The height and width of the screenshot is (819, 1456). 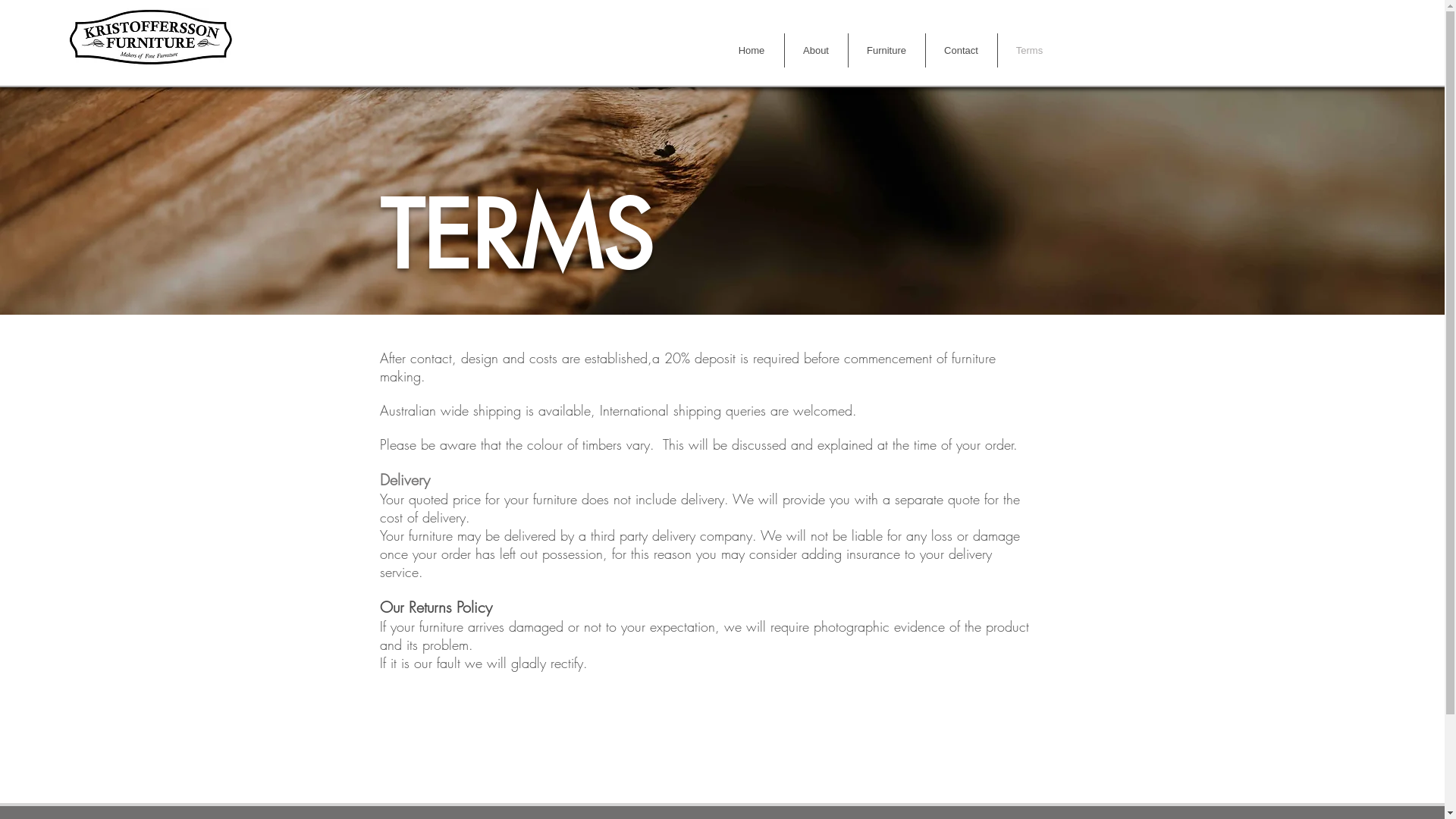 I want to click on 'Furniture', so click(x=886, y=49).